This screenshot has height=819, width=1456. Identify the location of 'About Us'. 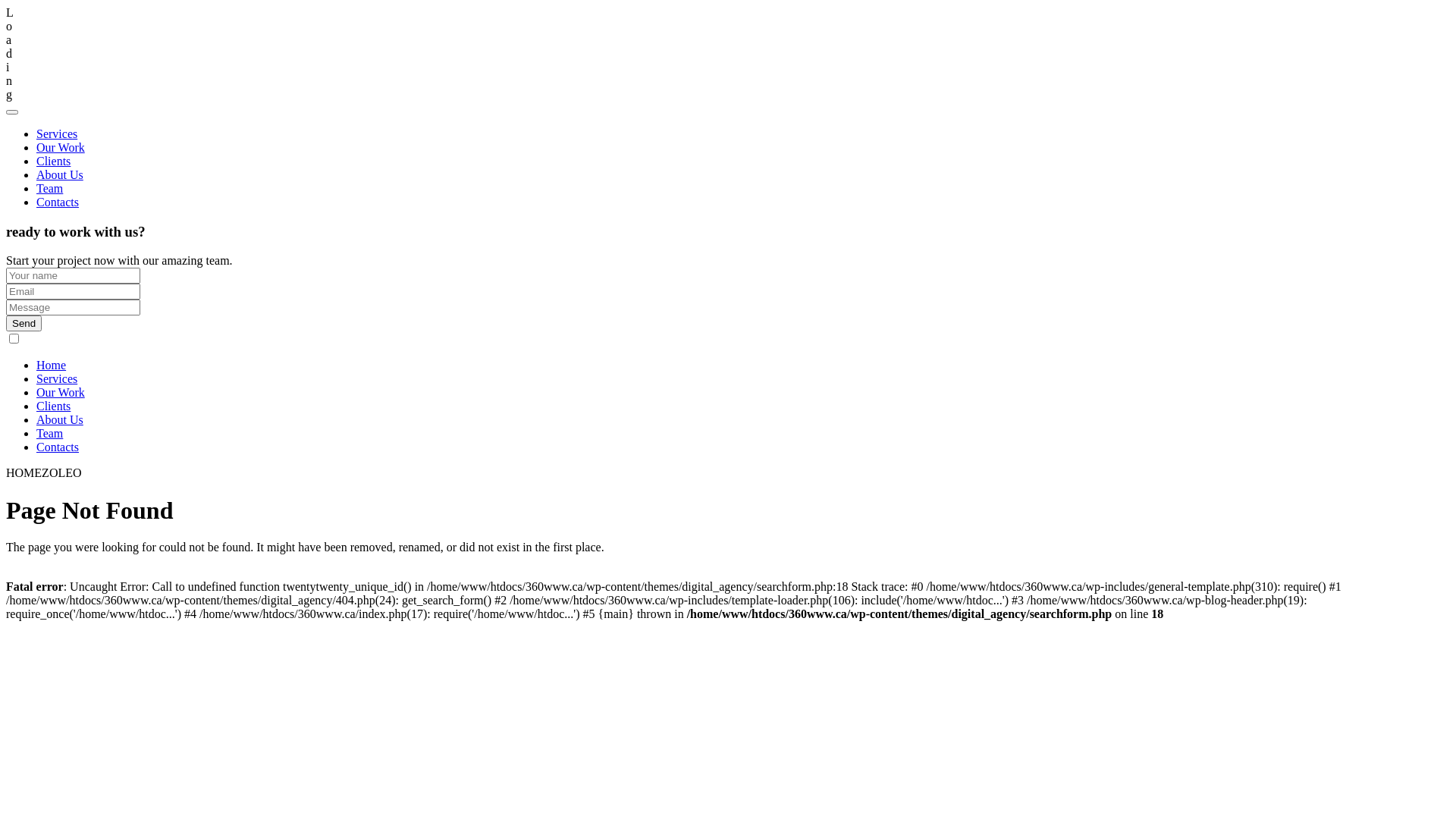
(36, 174).